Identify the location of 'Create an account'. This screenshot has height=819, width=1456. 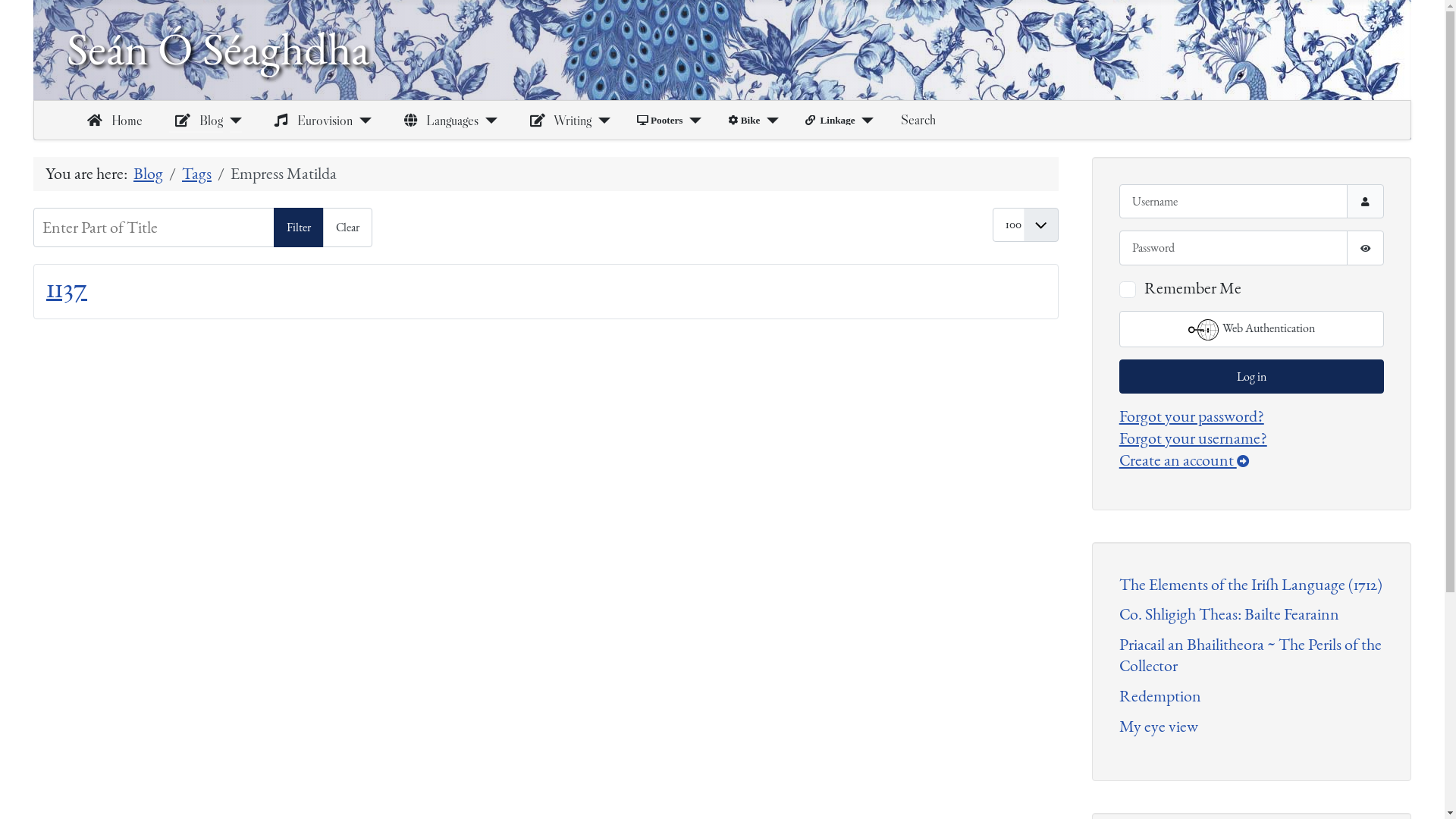
(1119, 459).